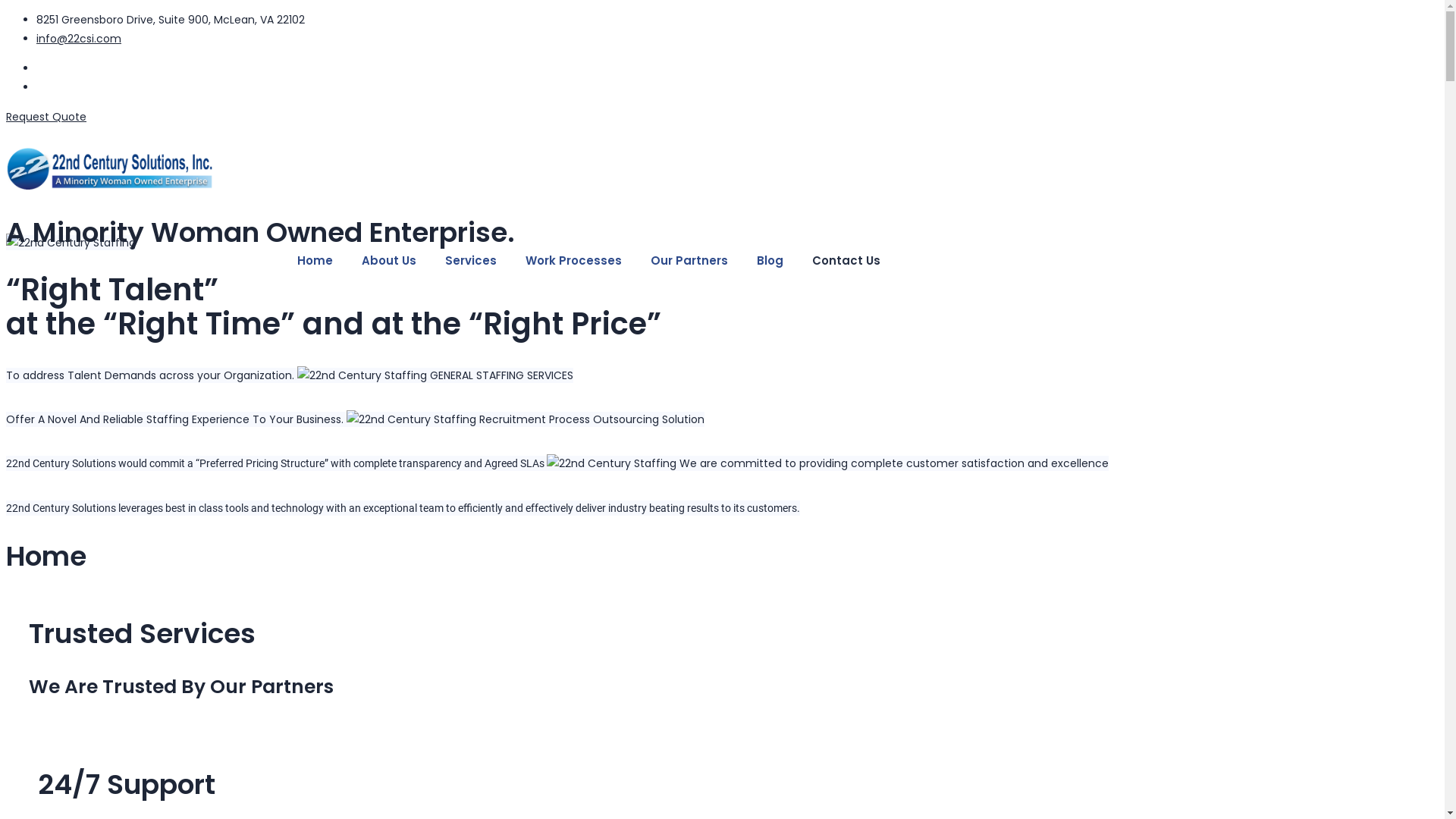 This screenshot has height=819, width=1456. Describe the element at coordinates (46, 116) in the screenshot. I see `'Request Quote'` at that location.